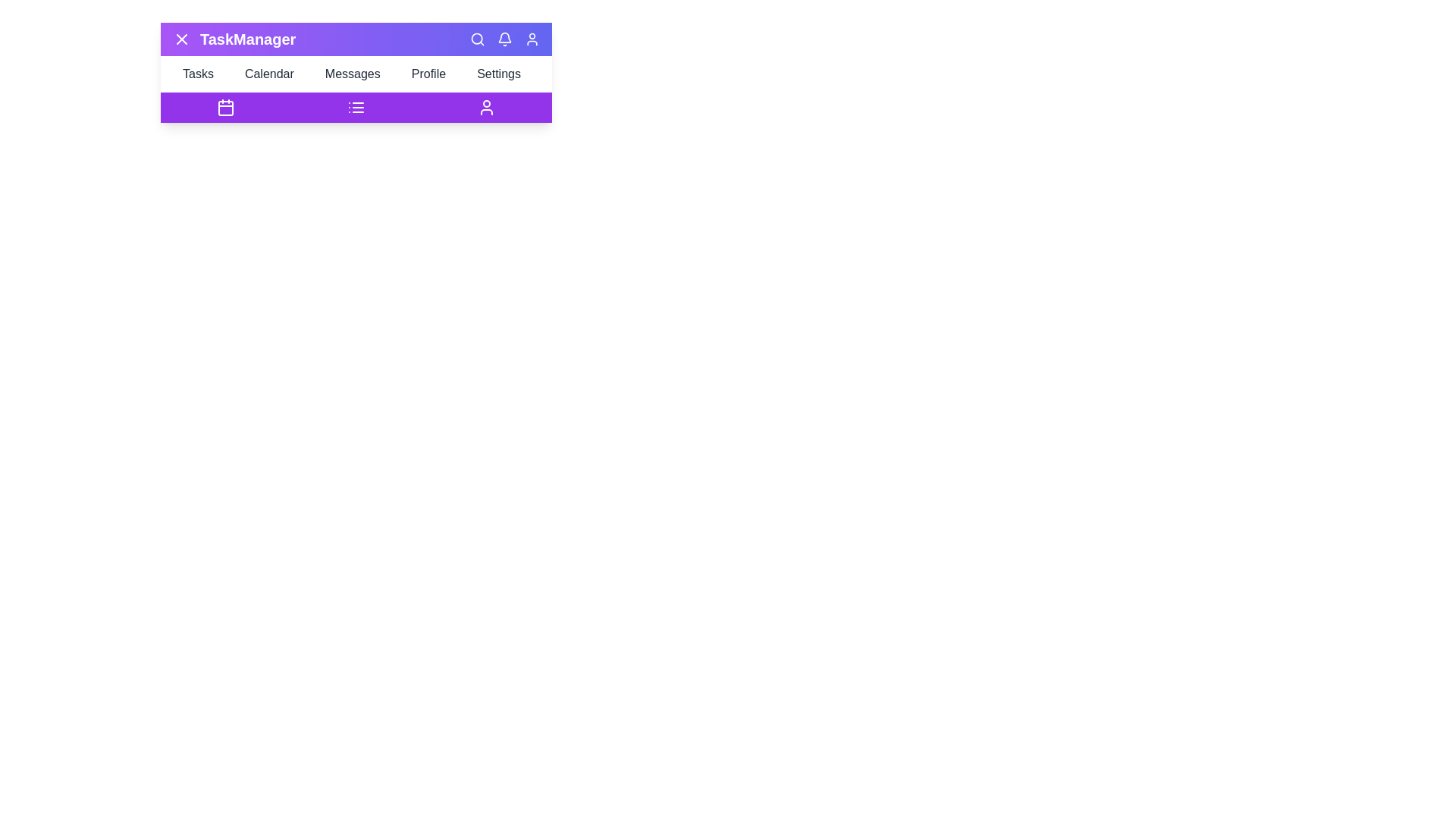  I want to click on the Search icon in the top-right corner of the app bar, so click(476, 38).